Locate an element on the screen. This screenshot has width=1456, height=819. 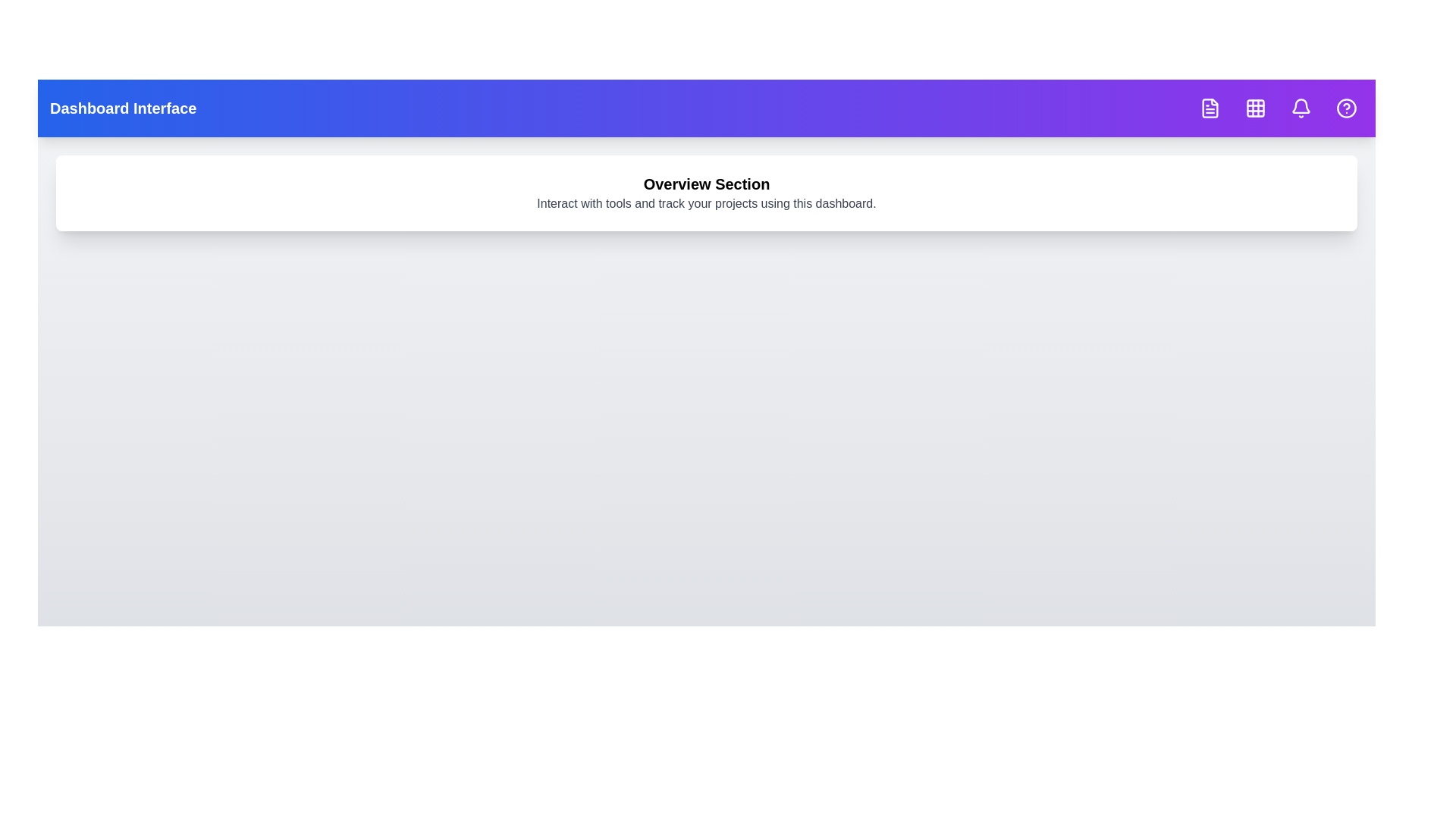
the icon with Help Circle tooltip to inspect its hover effect is located at coordinates (1347, 107).